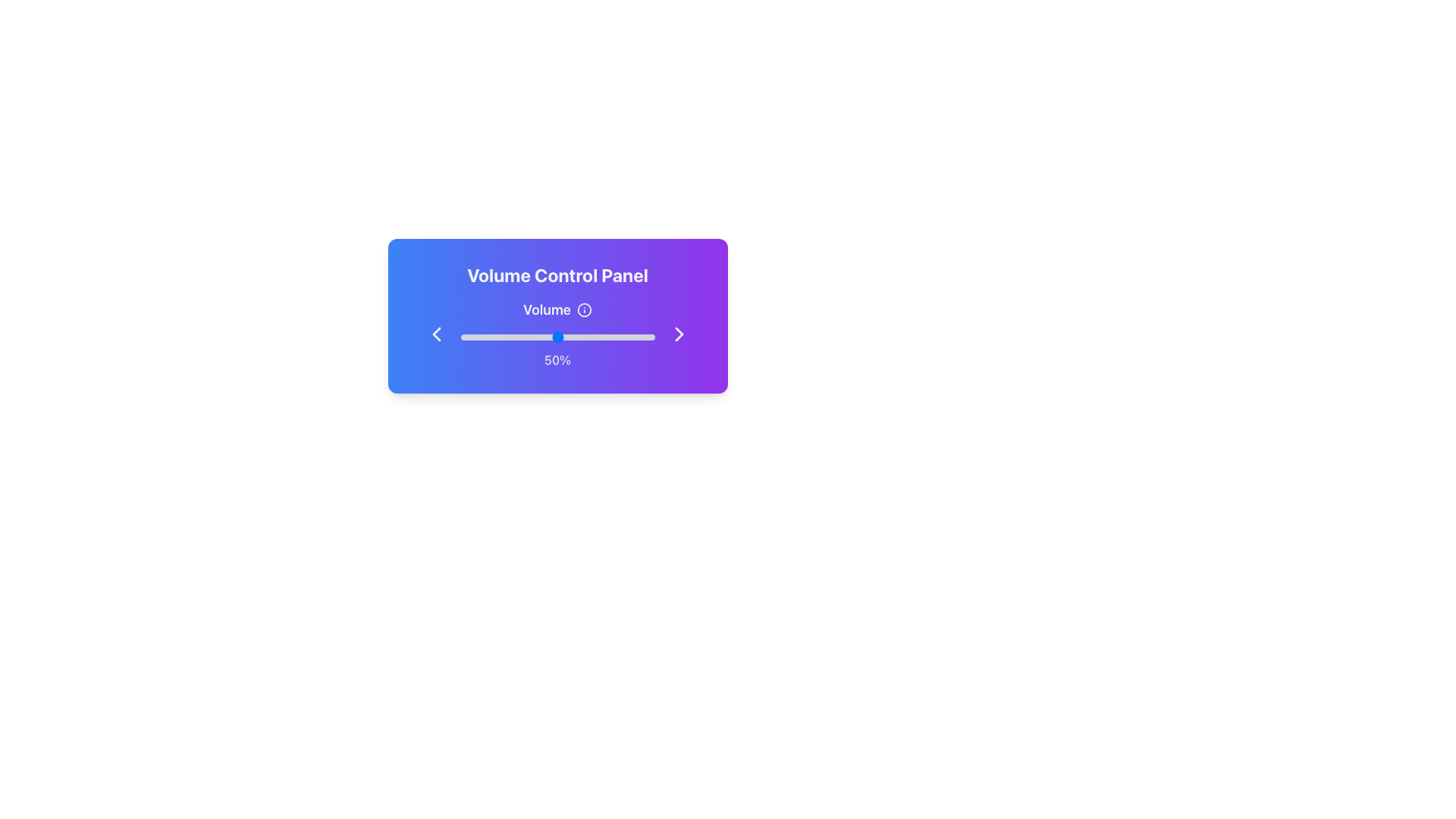  I want to click on the slider, so click(491, 336).